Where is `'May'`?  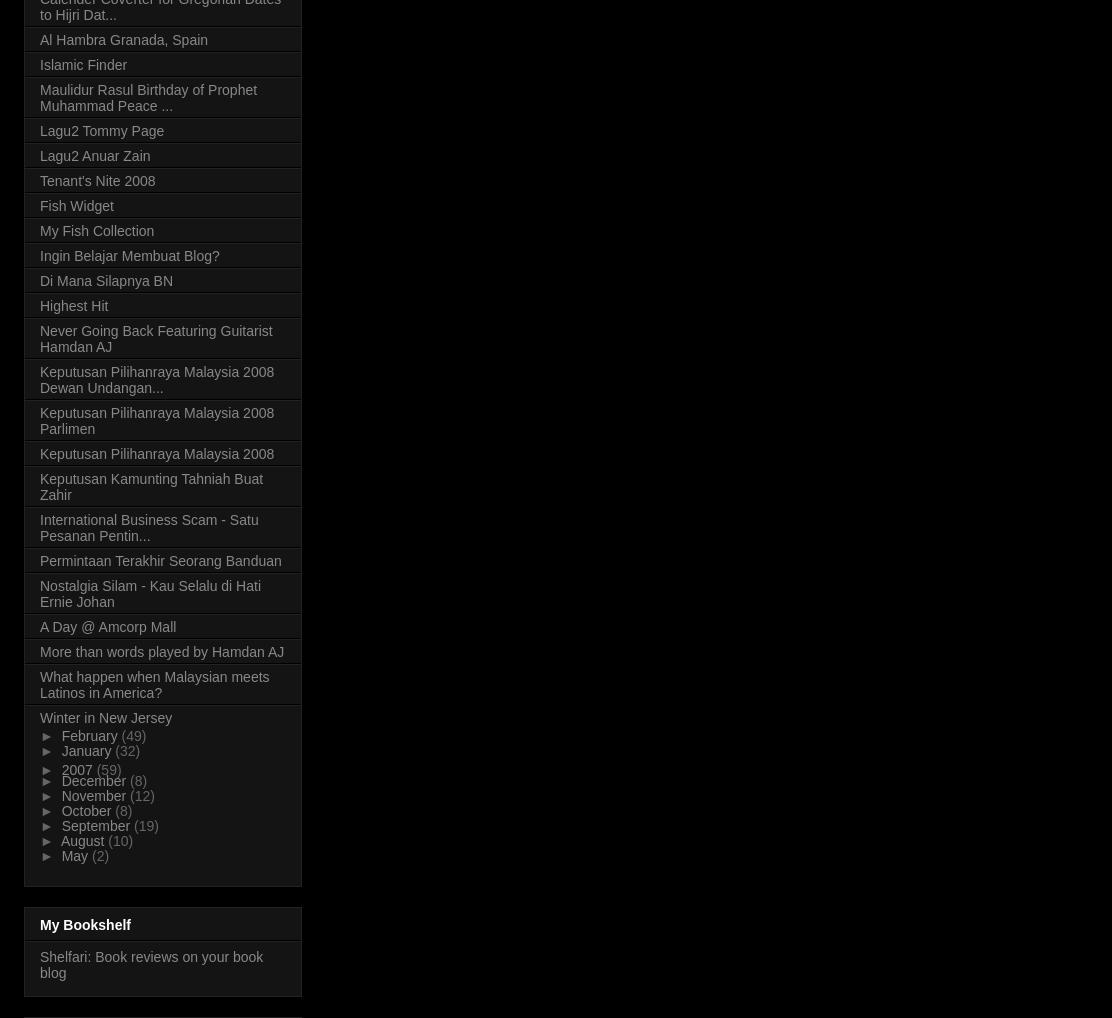
'May' is located at coordinates (74, 855).